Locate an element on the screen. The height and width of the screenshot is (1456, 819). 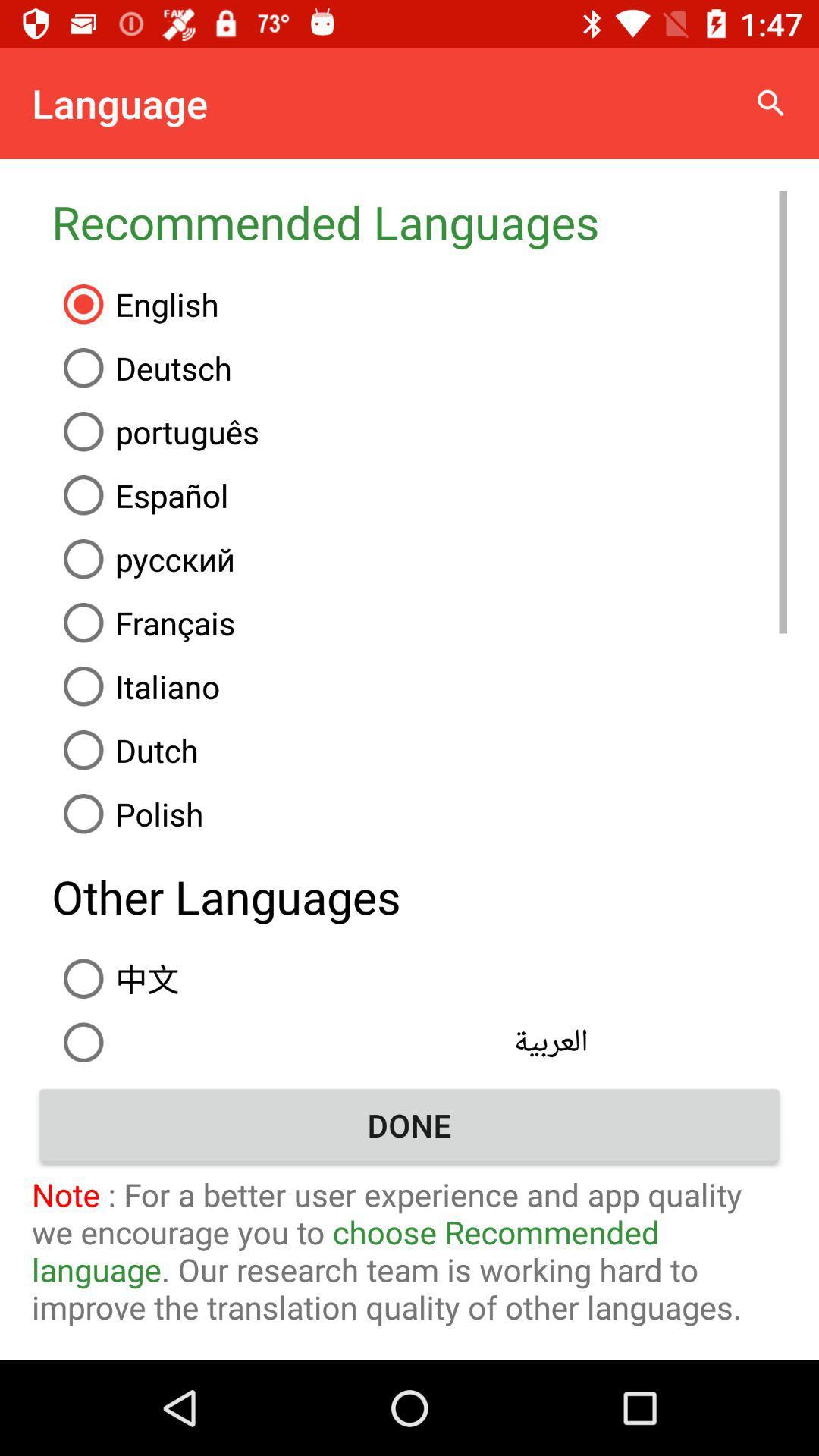
the dutch is located at coordinates (419, 750).